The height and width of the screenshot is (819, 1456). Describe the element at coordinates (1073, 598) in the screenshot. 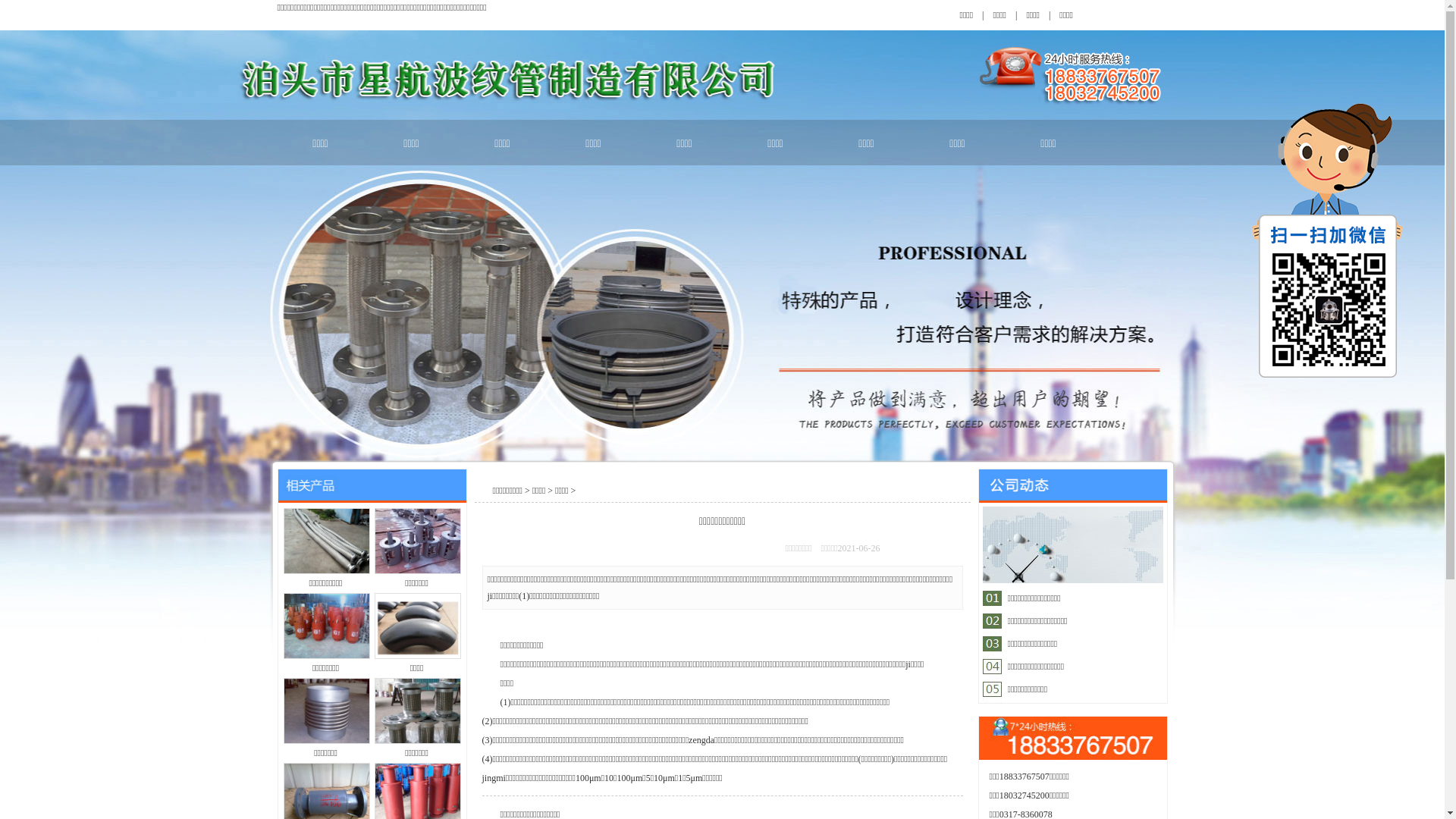

I see `'3'` at that location.